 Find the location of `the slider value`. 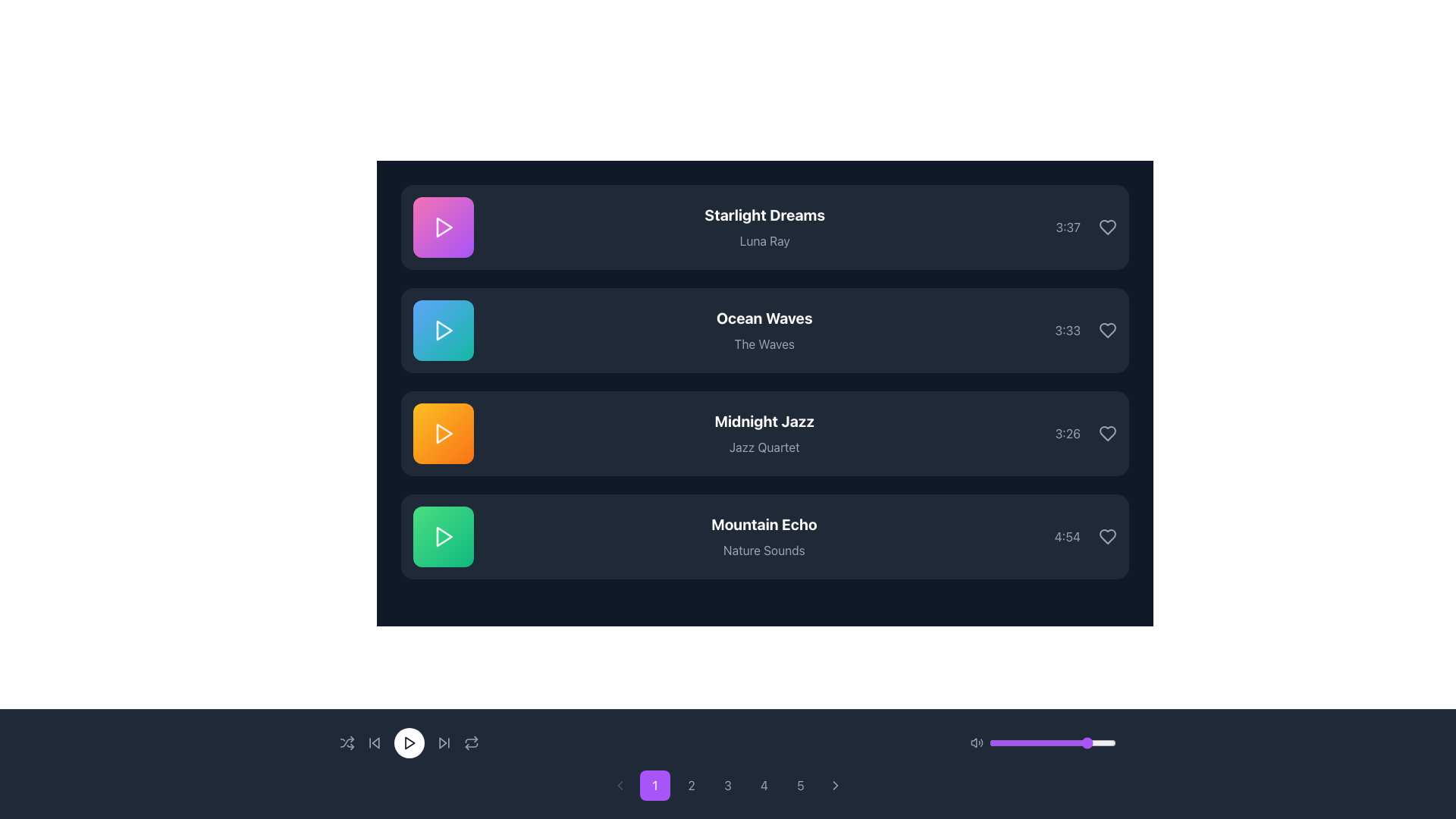

the slider value is located at coordinates (1062, 742).